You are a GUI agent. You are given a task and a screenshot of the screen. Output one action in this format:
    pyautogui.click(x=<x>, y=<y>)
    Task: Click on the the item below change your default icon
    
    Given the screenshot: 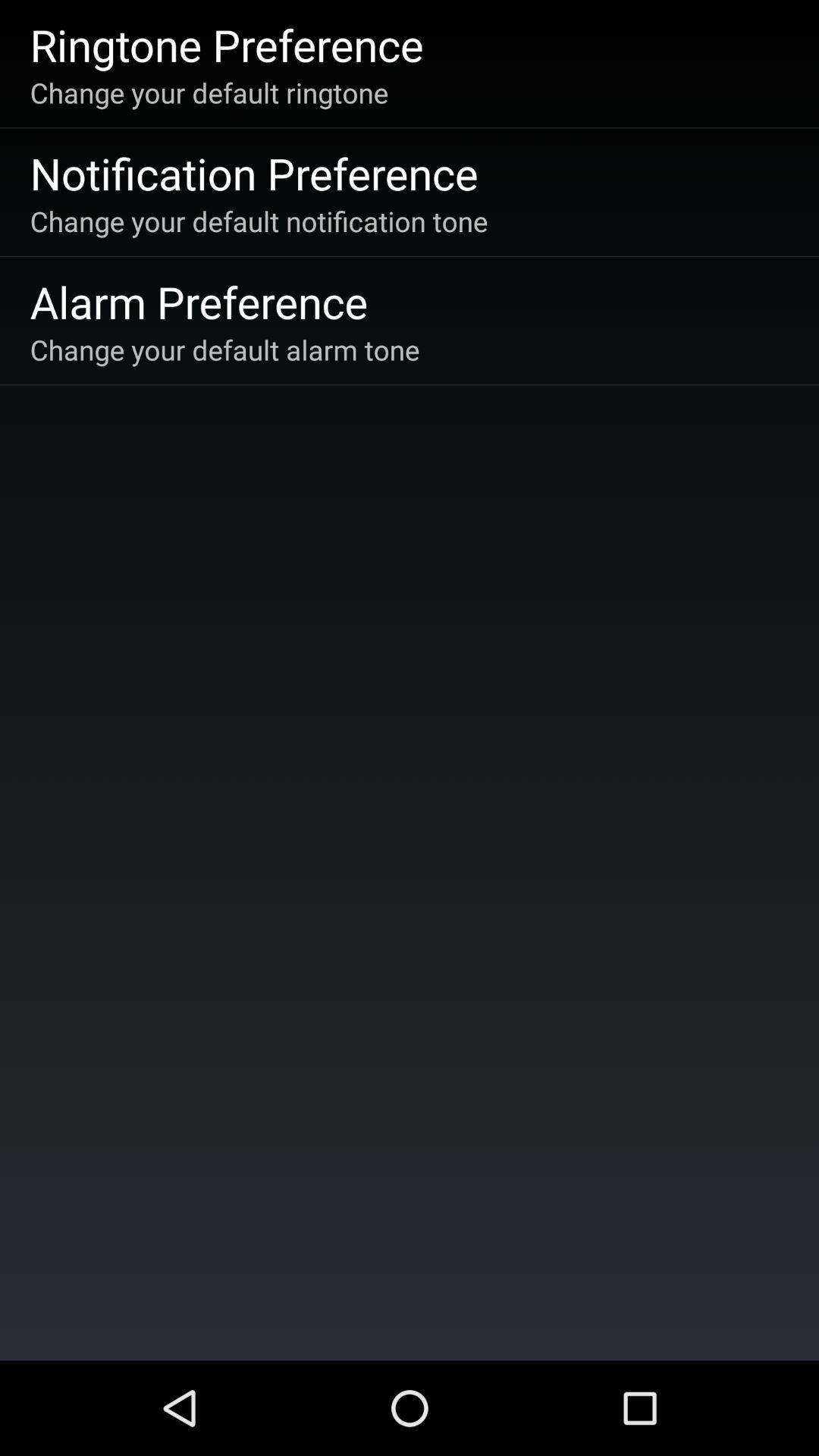 What is the action you would take?
    pyautogui.click(x=253, y=173)
    